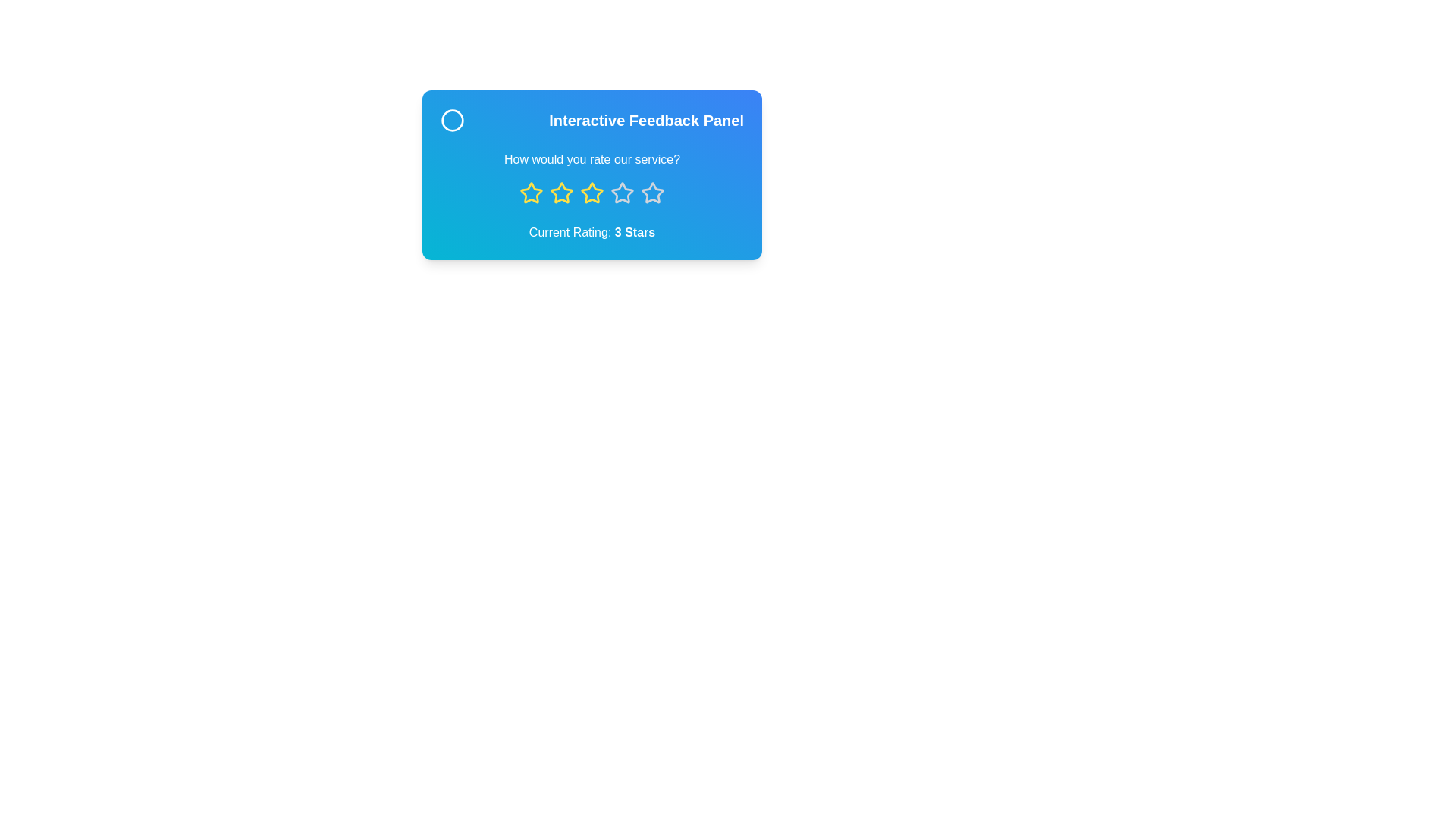 This screenshot has width=1456, height=819. I want to click on the third star icon in the horizontal row, which is a yellow-bordered star with a transparent center, so click(591, 192).